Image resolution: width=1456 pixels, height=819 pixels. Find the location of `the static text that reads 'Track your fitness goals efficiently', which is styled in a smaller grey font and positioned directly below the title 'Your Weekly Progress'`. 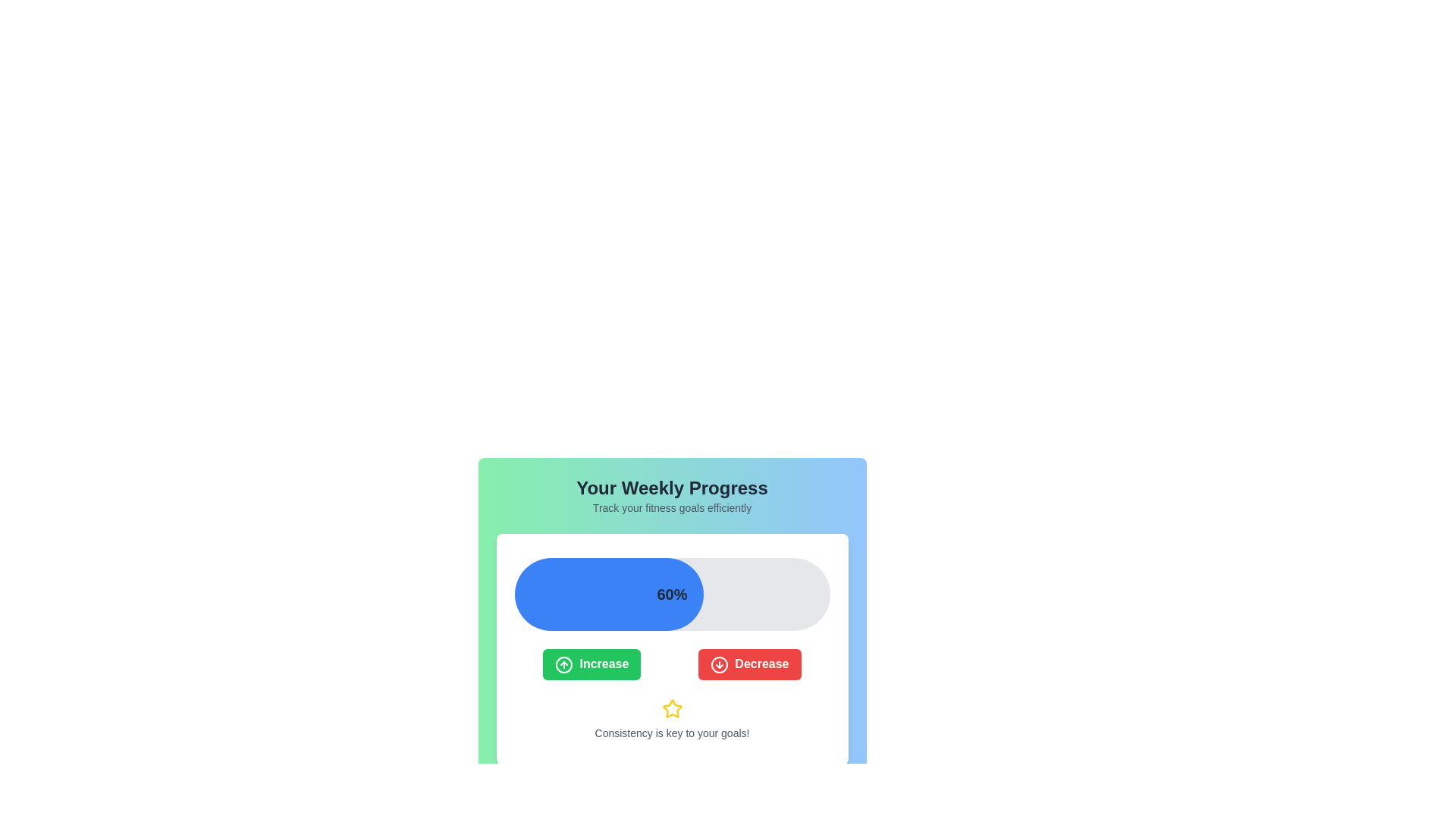

the static text that reads 'Track your fitness goals efficiently', which is styled in a smaller grey font and positioned directly below the title 'Your Weekly Progress' is located at coordinates (671, 508).